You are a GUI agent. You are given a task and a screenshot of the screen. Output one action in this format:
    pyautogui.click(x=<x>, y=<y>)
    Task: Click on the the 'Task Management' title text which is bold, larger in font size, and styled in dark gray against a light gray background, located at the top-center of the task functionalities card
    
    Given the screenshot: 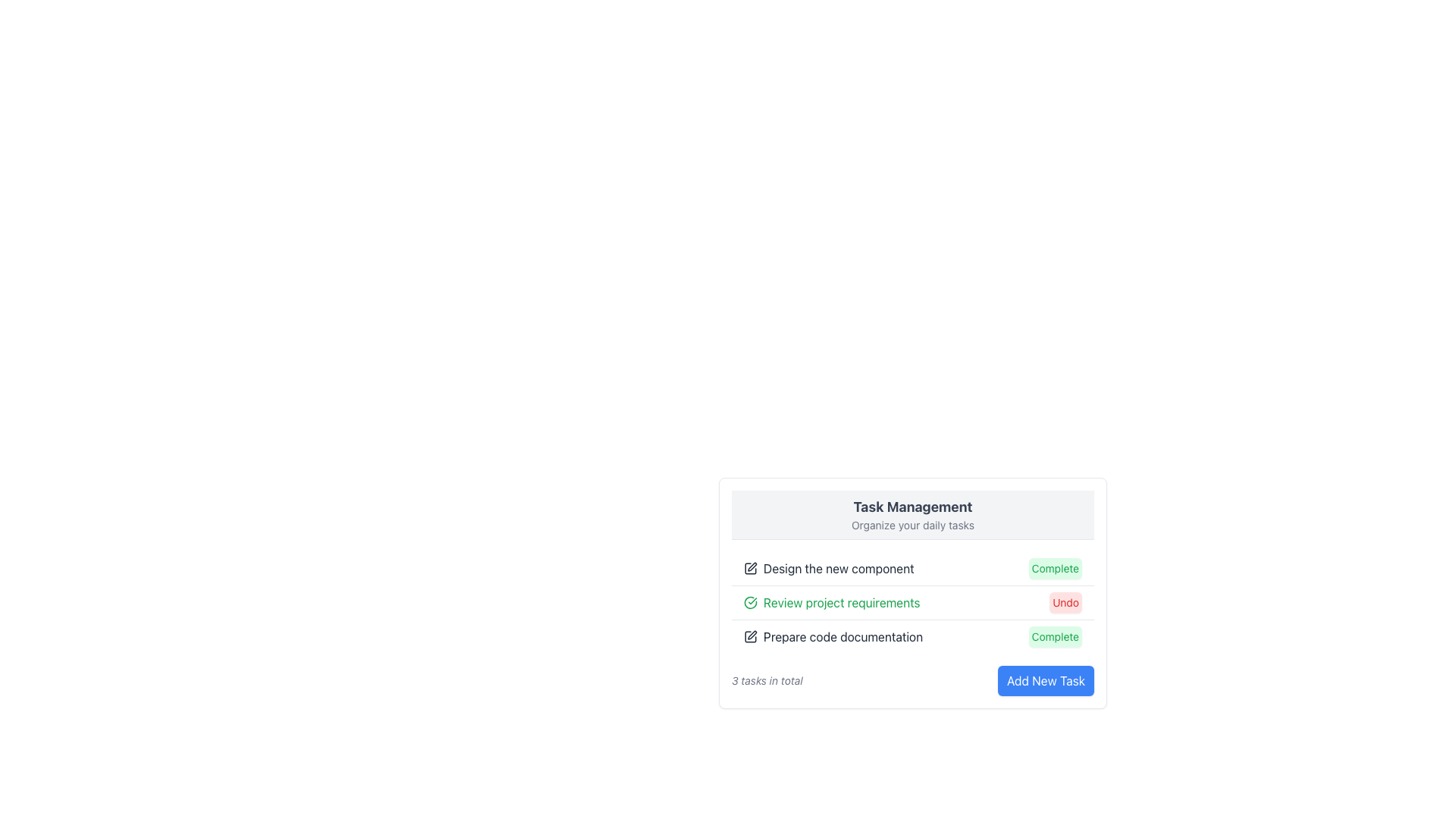 What is the action you would take?
    pyautogui.click(x=912, y=507)
    